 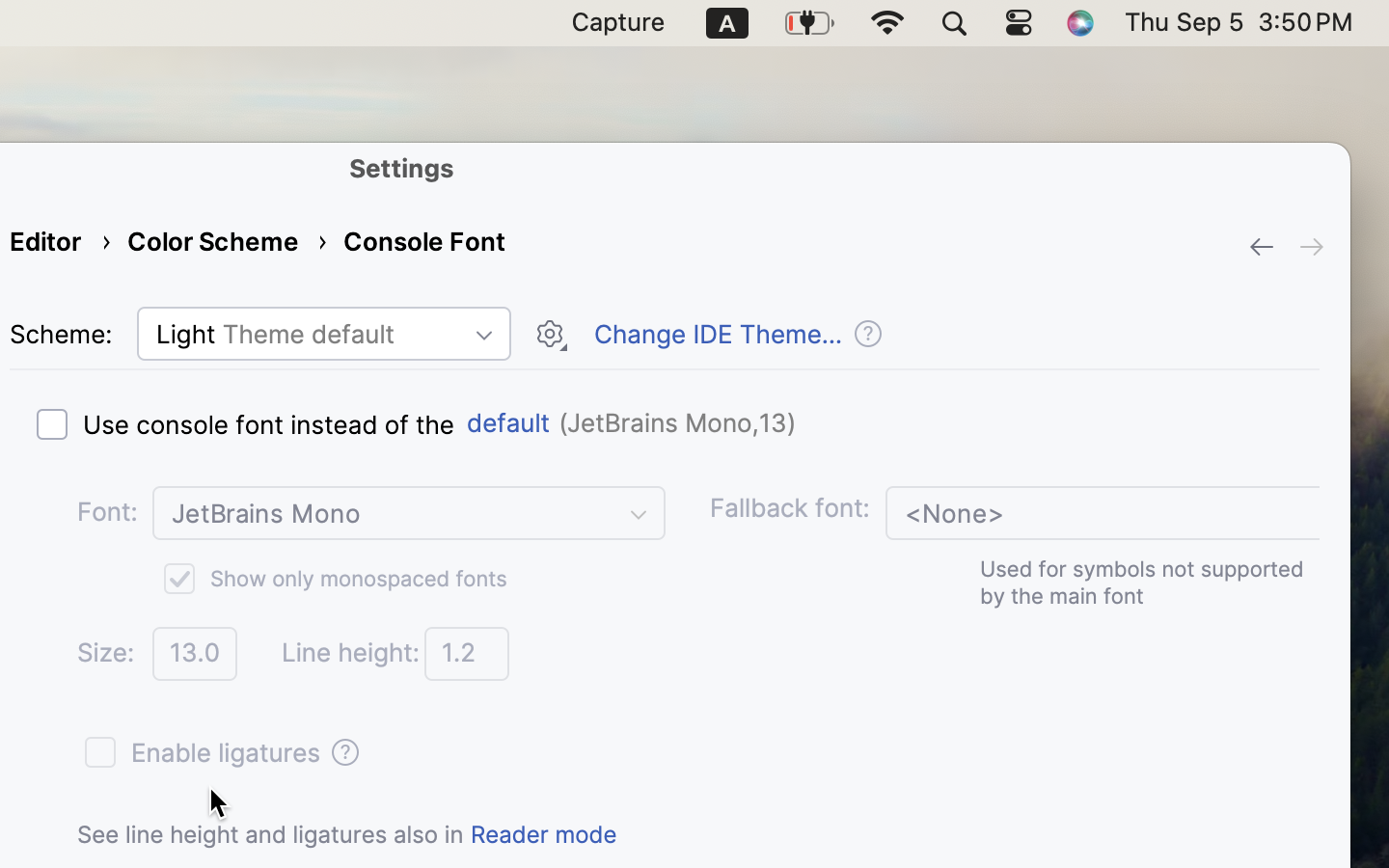 I want to click on 'See line height and ligatures also in Reader mode', so click(x=347, y=833).